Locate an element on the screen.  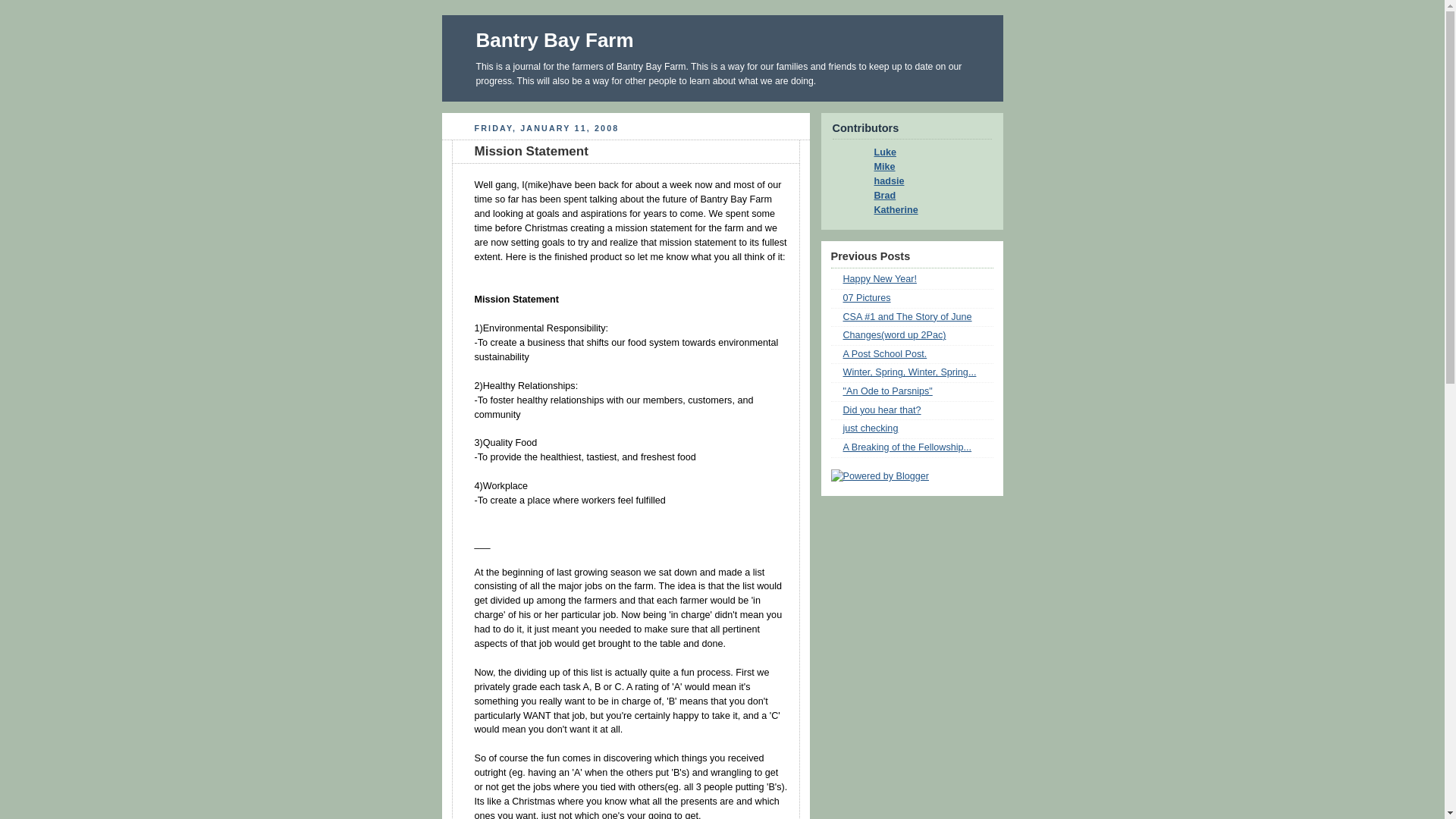
'A Breaking of the Fellowship...' is located at coordinates (907, 447).